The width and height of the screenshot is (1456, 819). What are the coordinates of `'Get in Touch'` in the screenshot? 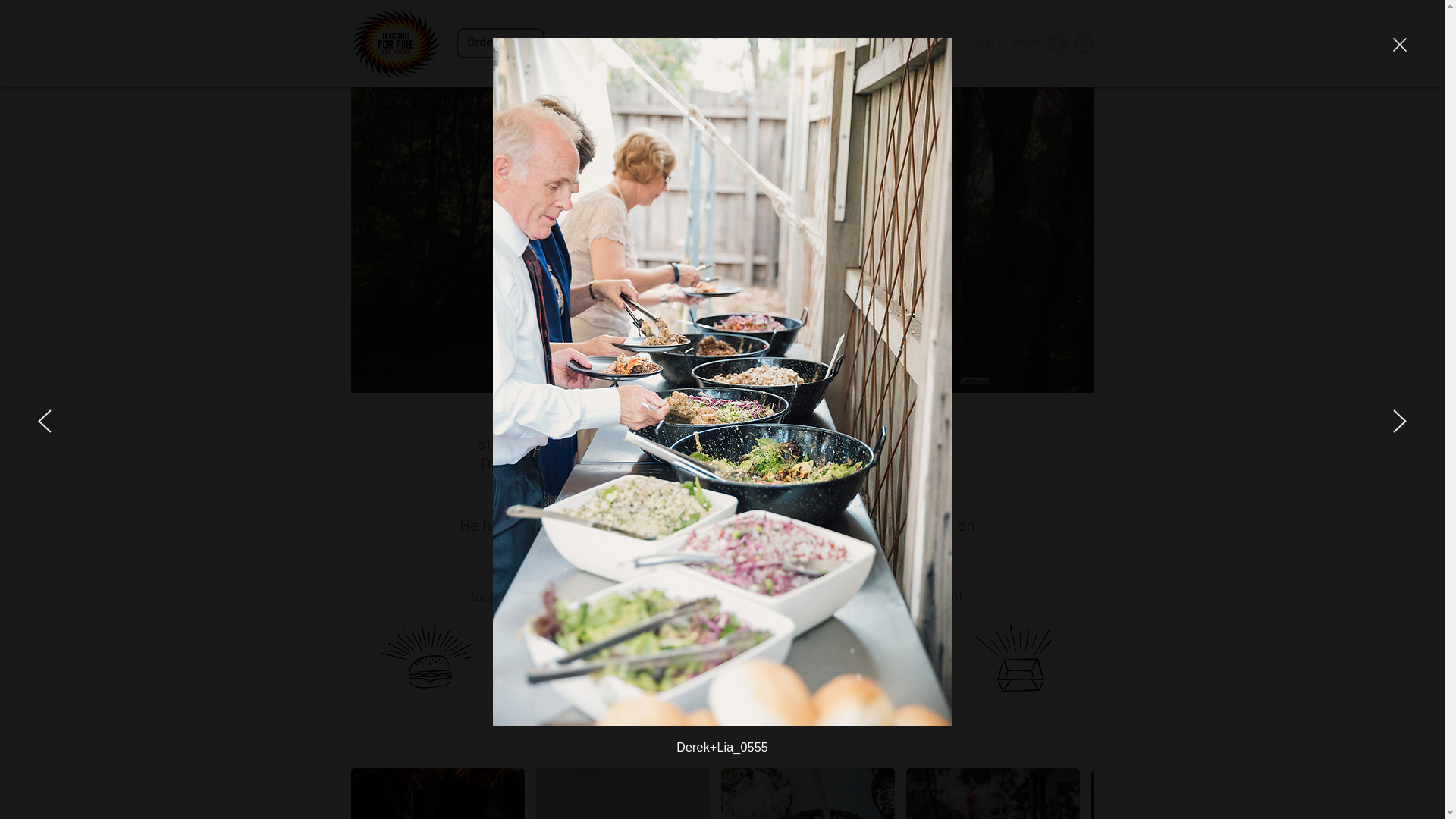 It's located at (1008, 42).